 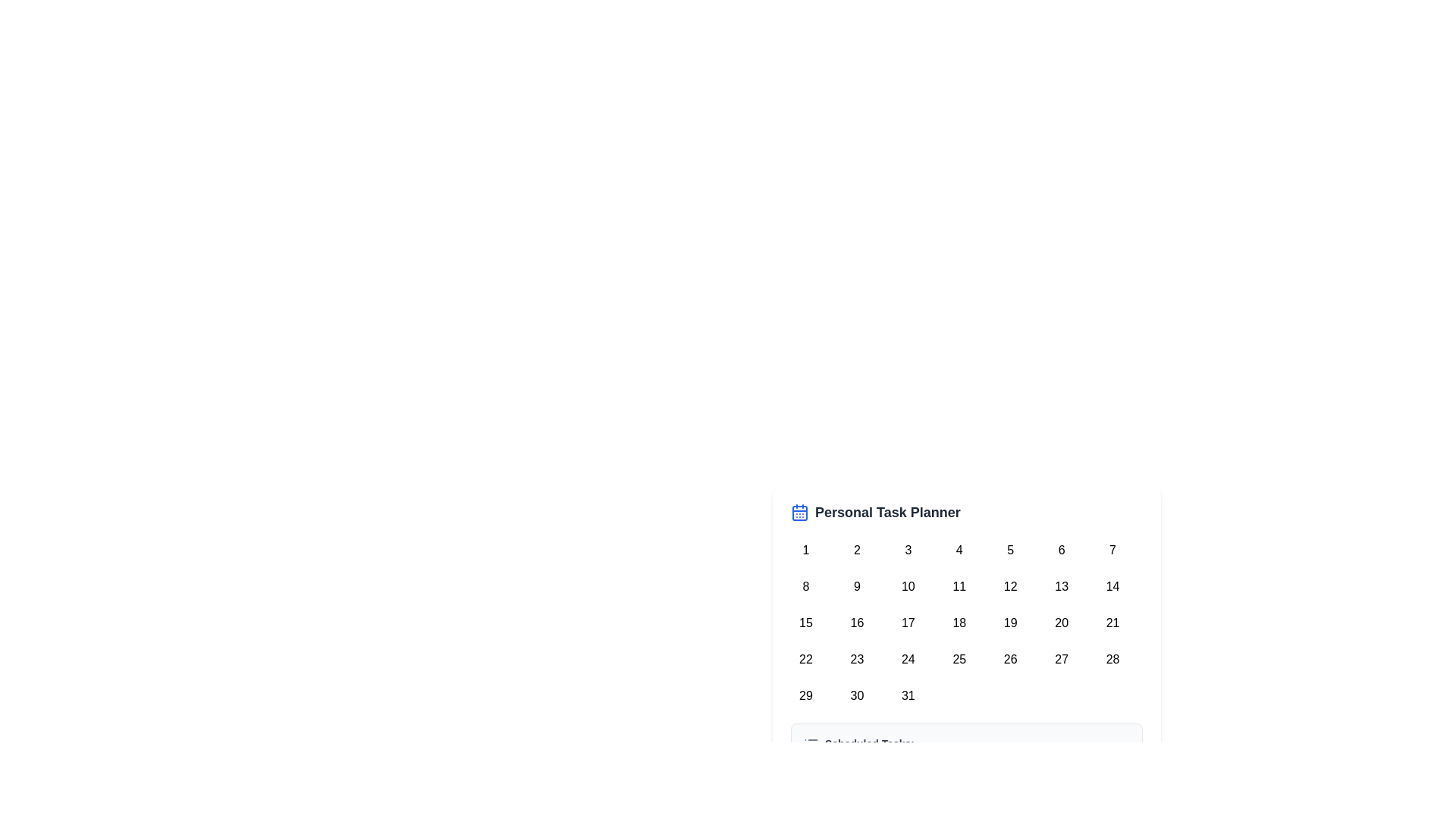 What do you see at coordinates (908, 586) in the screenshot?
I see `the selectable day button representing the 10th day in the calendar view` at bounding box center [908, 586].